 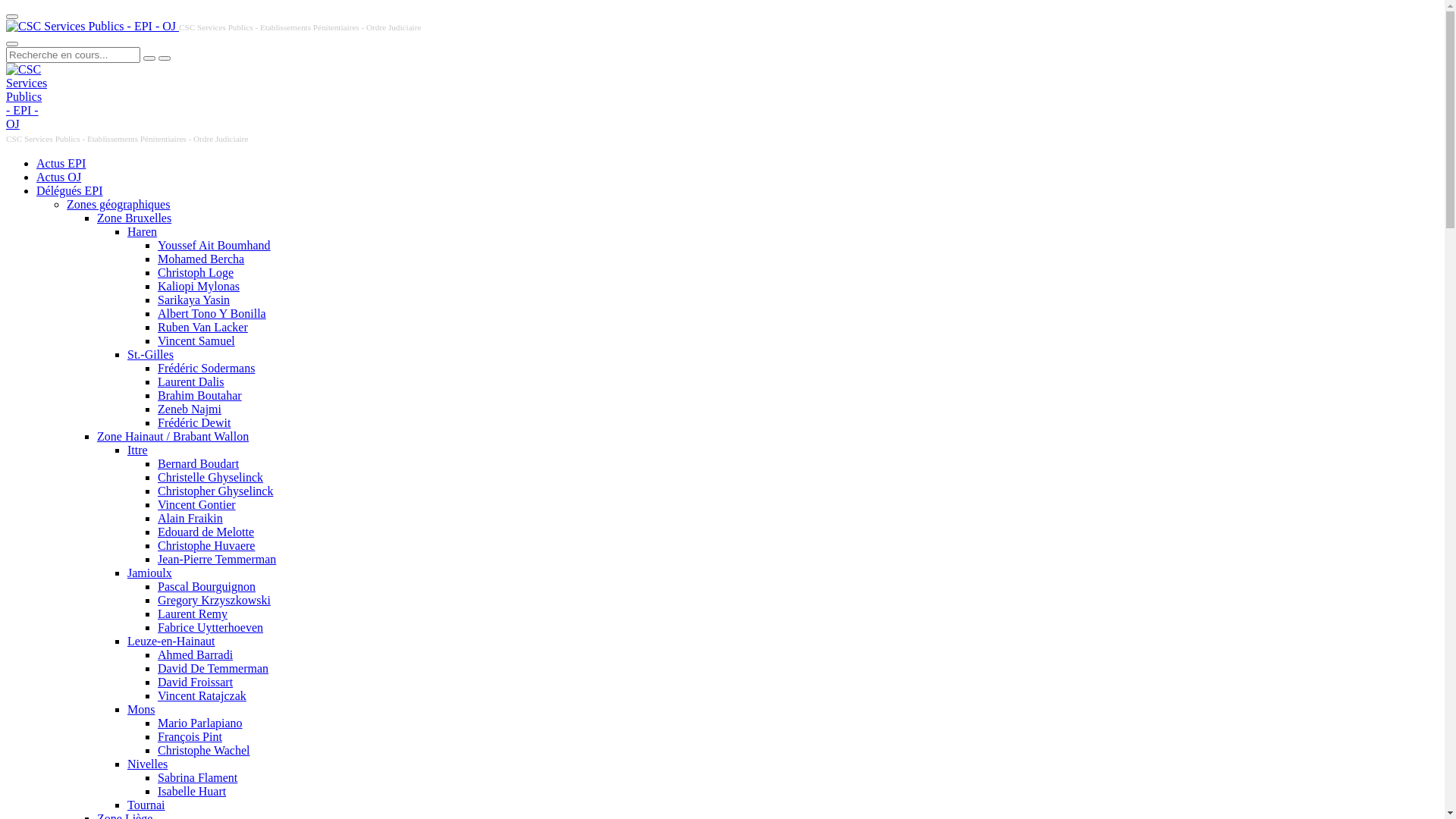 I want to click on 'Christoph Loge', so click(x=195, y=271).